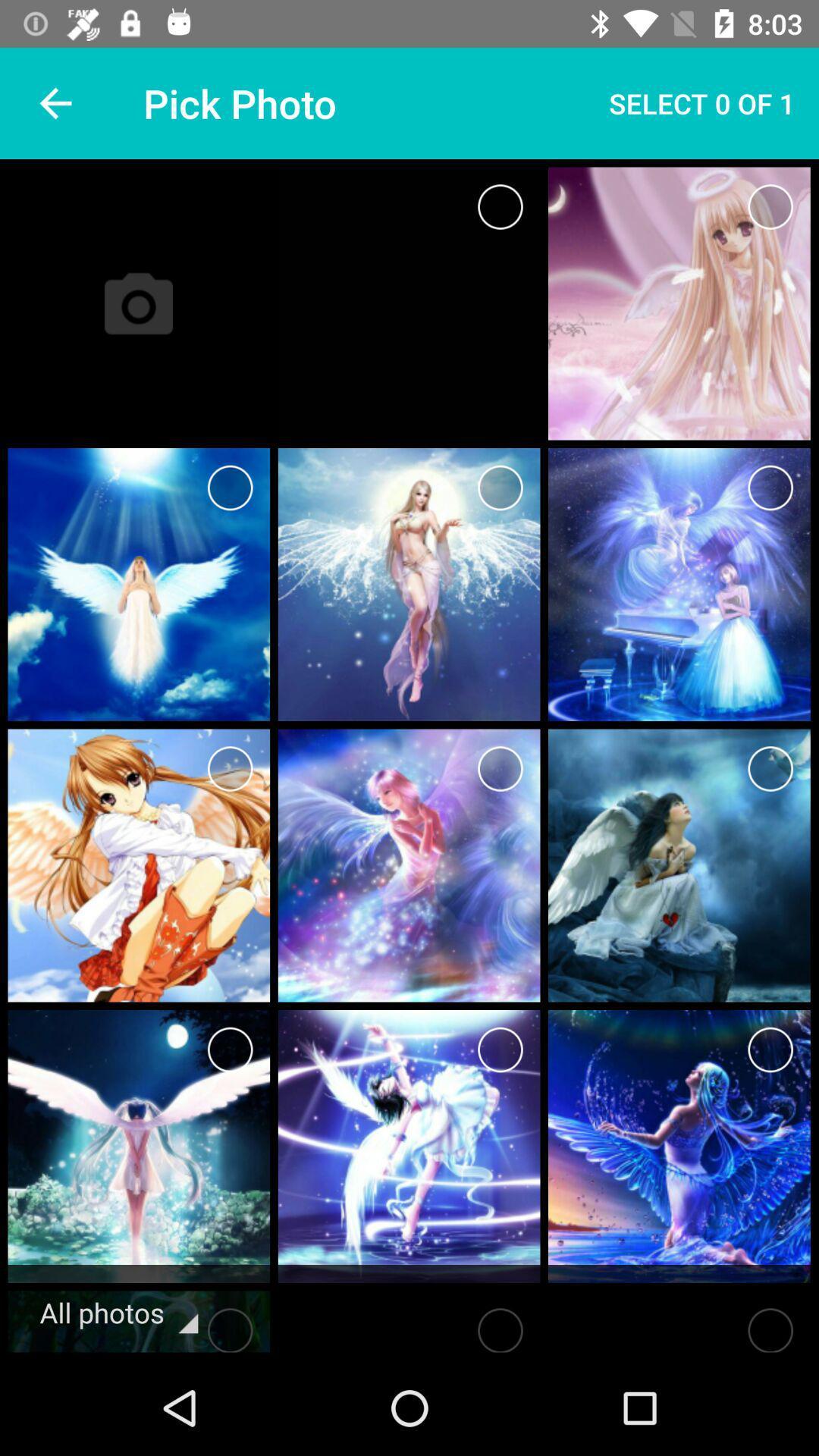 The image size is (819, 1456). Describe the element at coordinates (701, 102) in the screenshot. I see `the item to the right of pick photo` at that location.